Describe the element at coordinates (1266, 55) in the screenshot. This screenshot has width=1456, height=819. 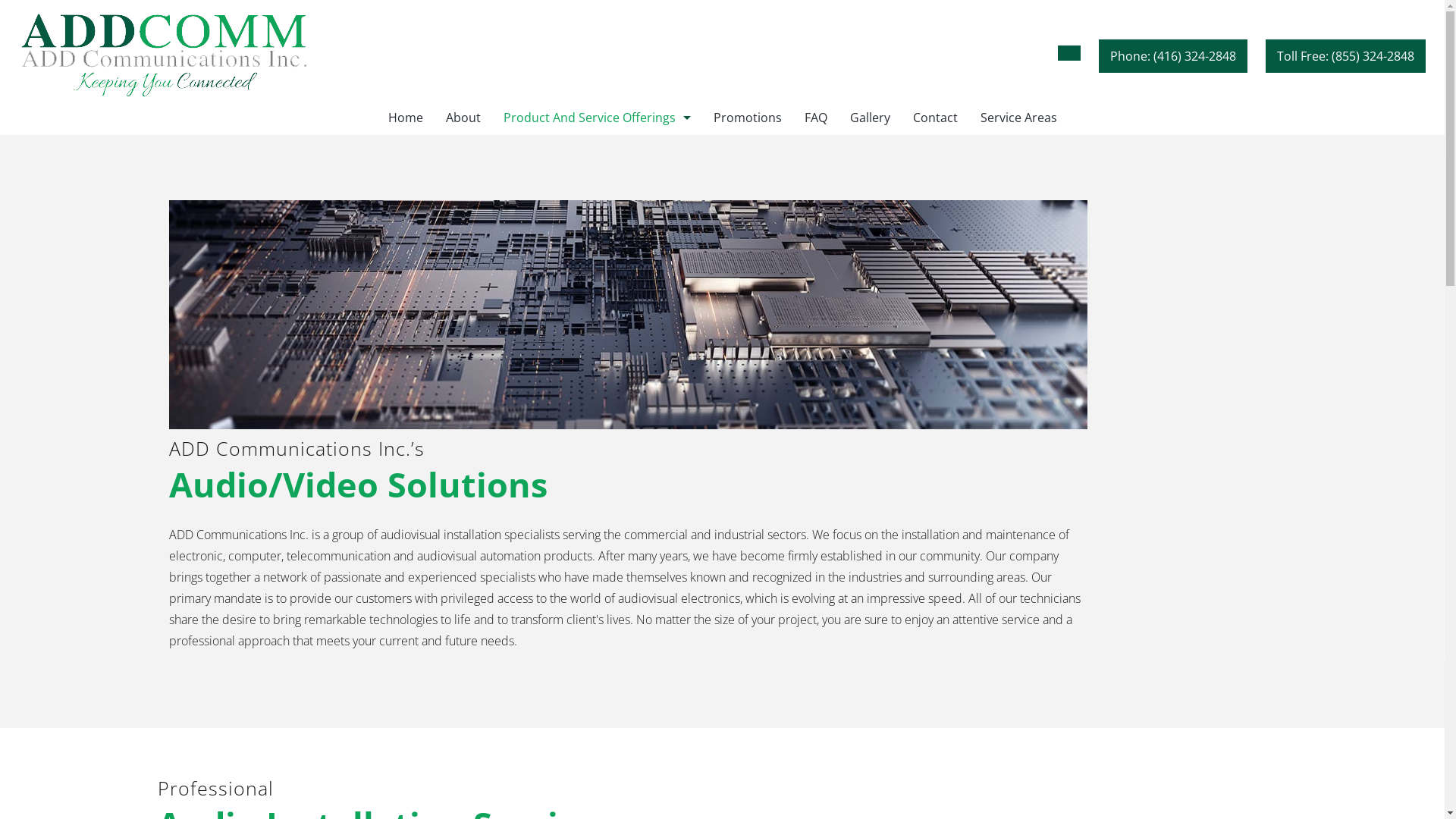
I see `'Toll Free: (855) 324-2848'` at that location.